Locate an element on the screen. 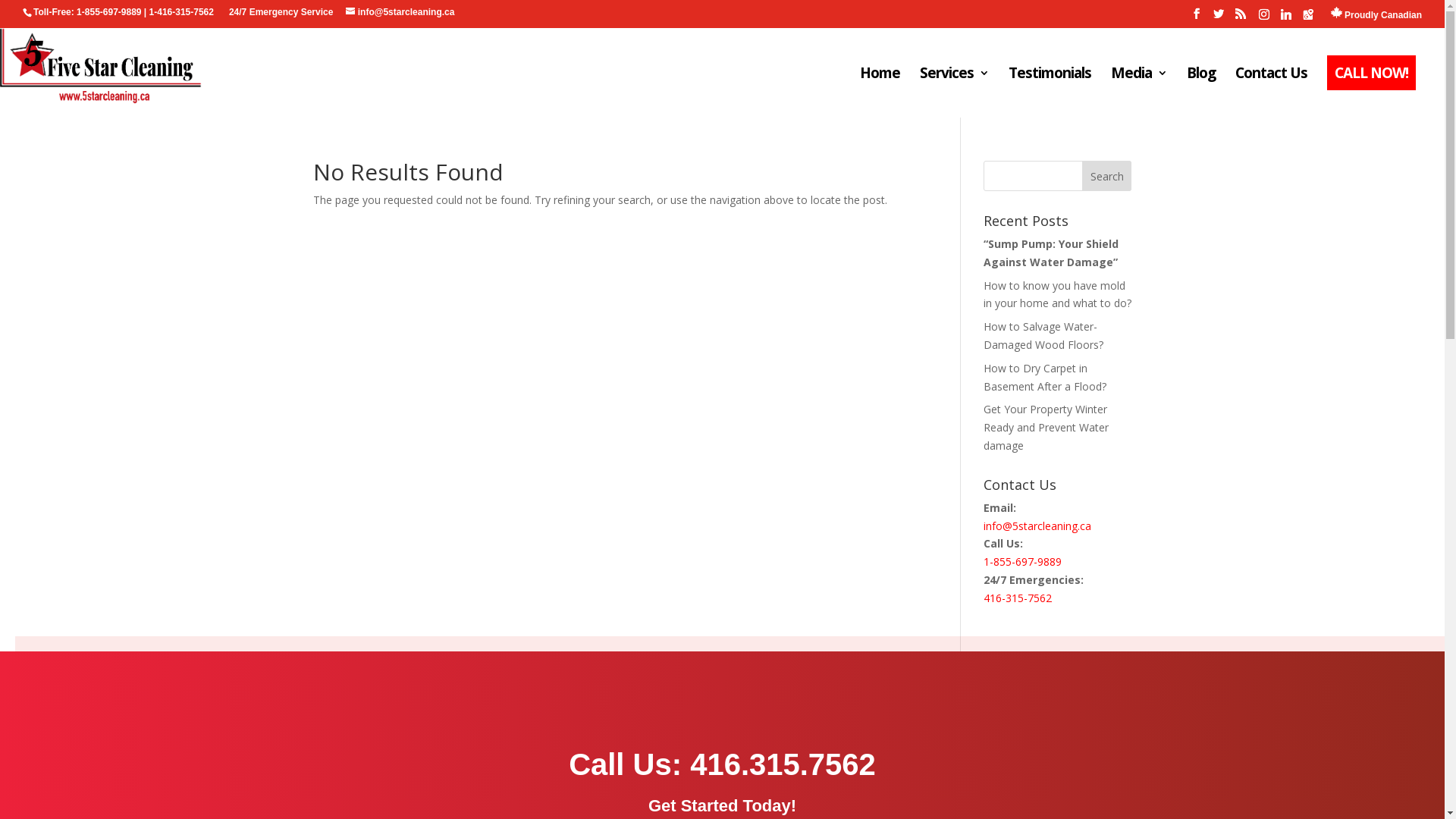  'How to Dry Carpet in Basement After a Flood?' is located at coordinates (983, 376).